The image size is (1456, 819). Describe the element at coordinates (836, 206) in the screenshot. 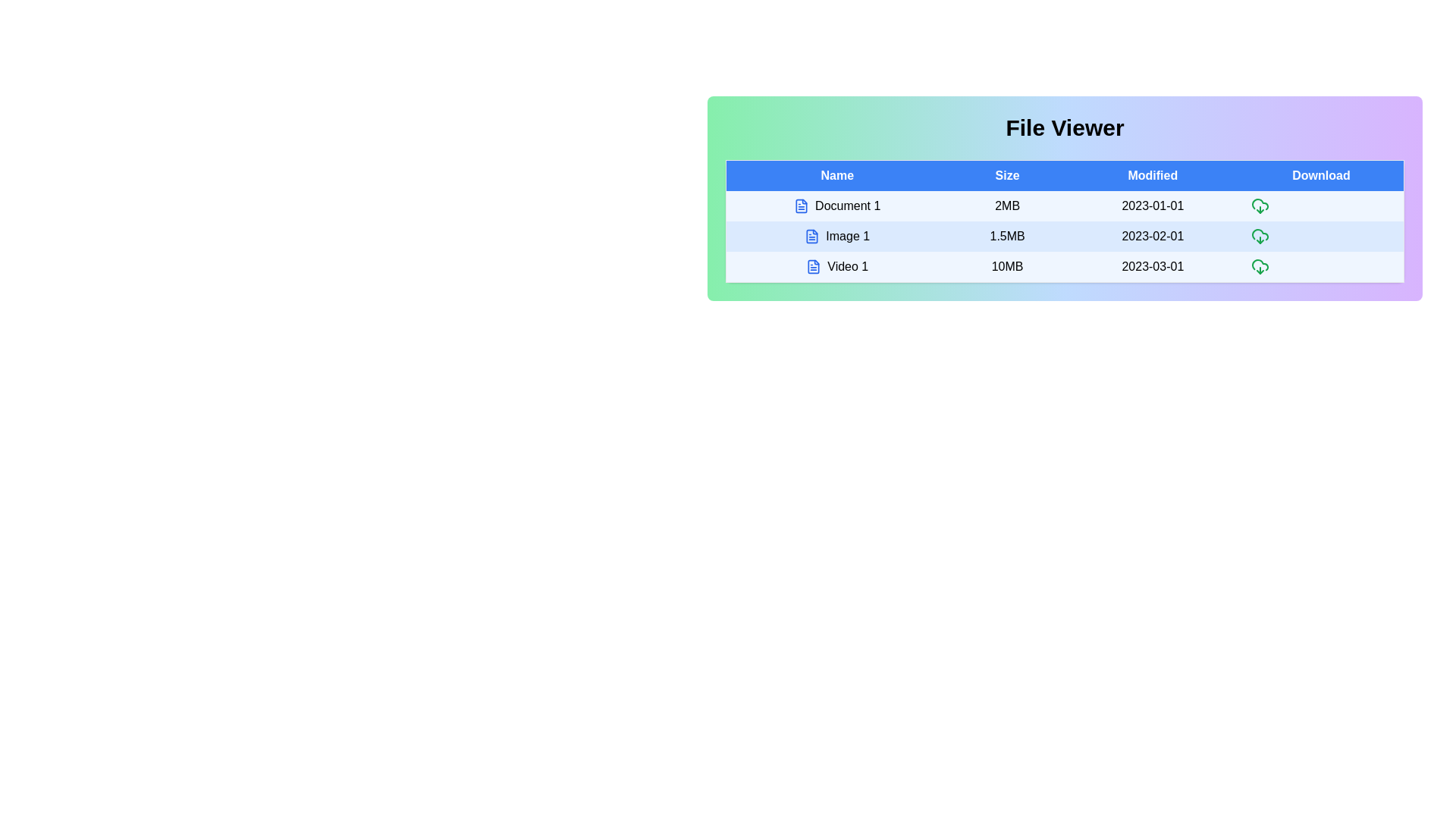

I see `the row corresponding to Document 1` at that location.